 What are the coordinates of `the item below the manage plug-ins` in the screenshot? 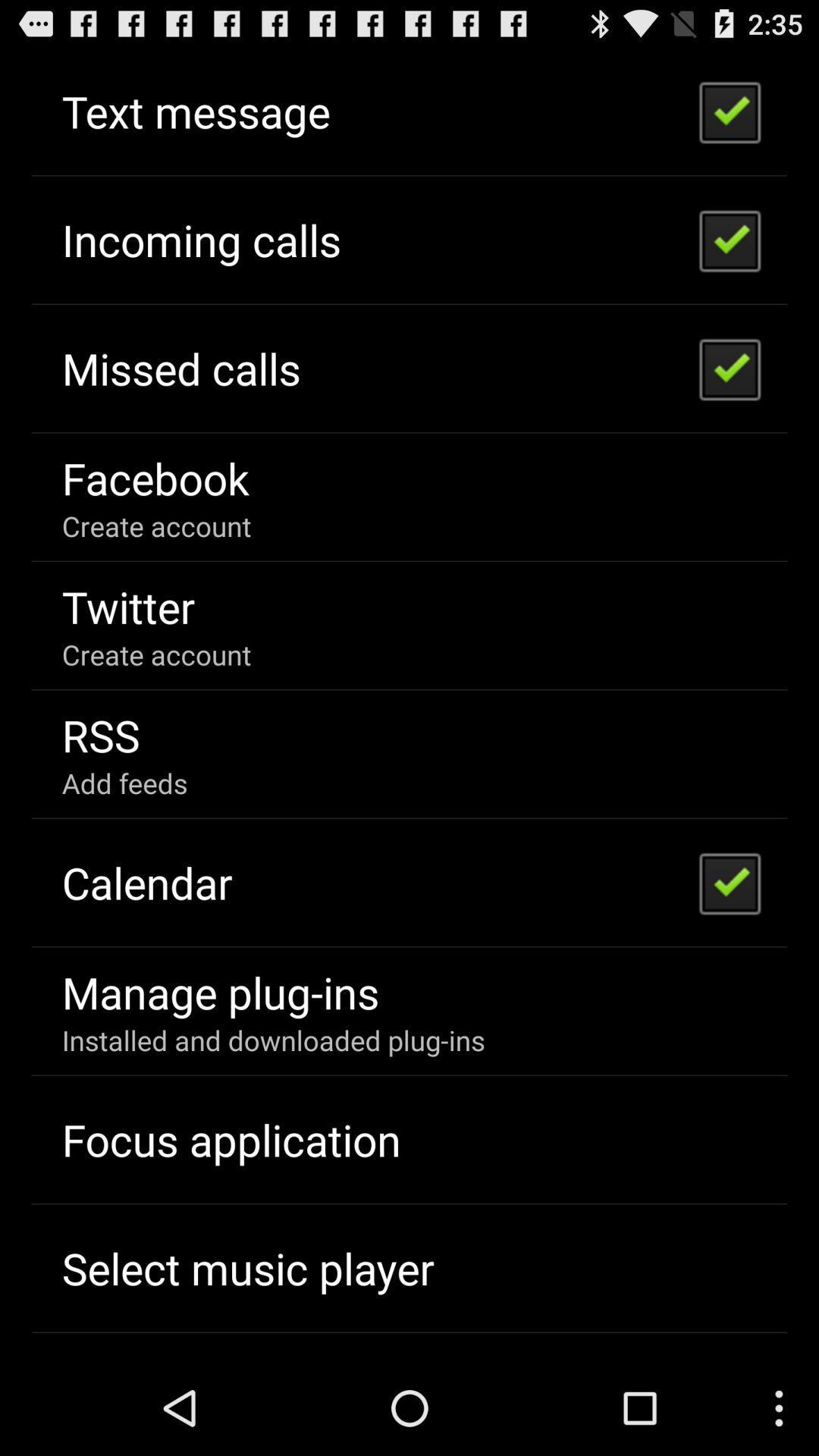 It's located at (273, 1039).